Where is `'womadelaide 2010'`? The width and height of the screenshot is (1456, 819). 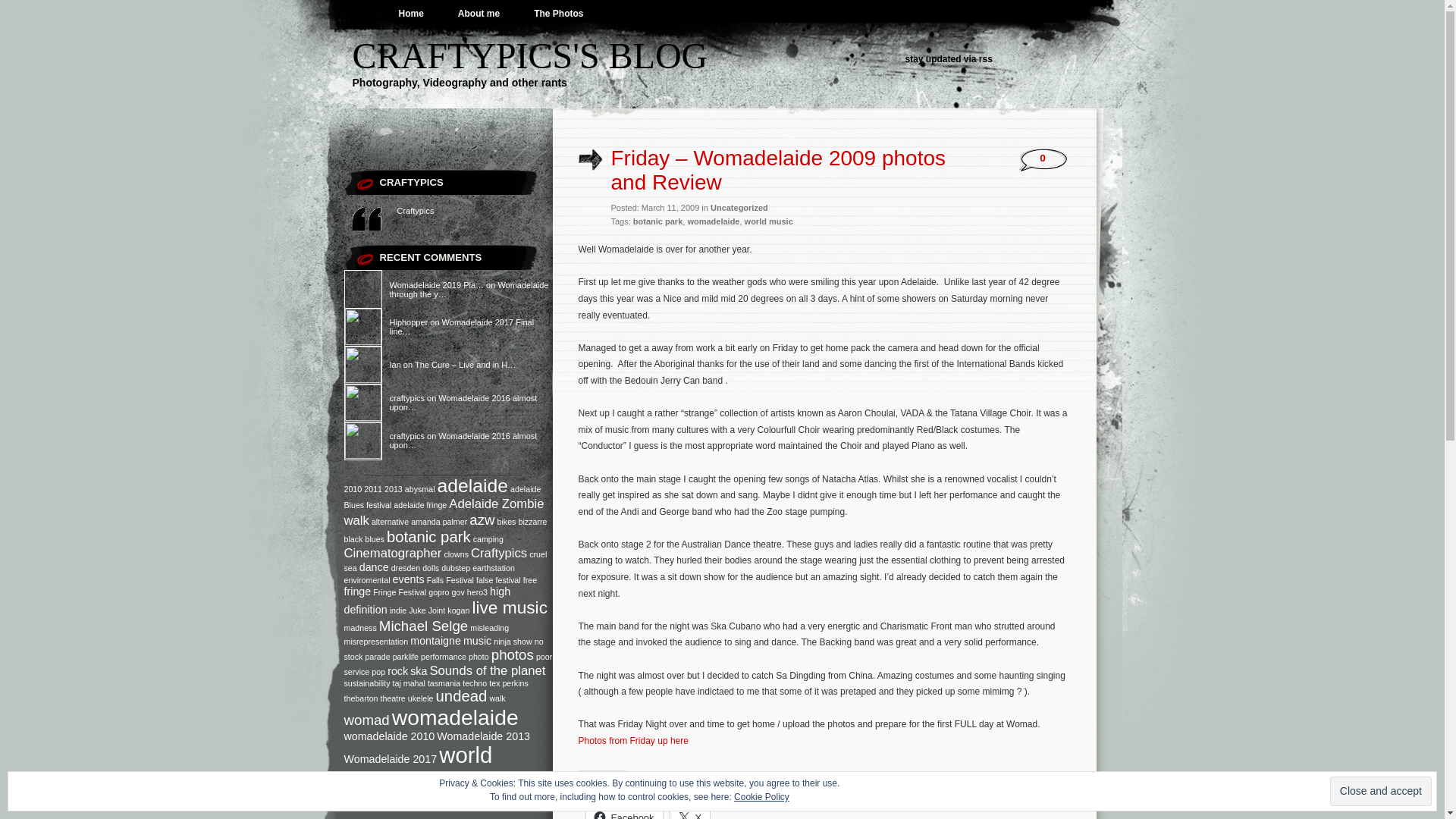
'womadelaide 2010' is located at coordinates (389, 736).